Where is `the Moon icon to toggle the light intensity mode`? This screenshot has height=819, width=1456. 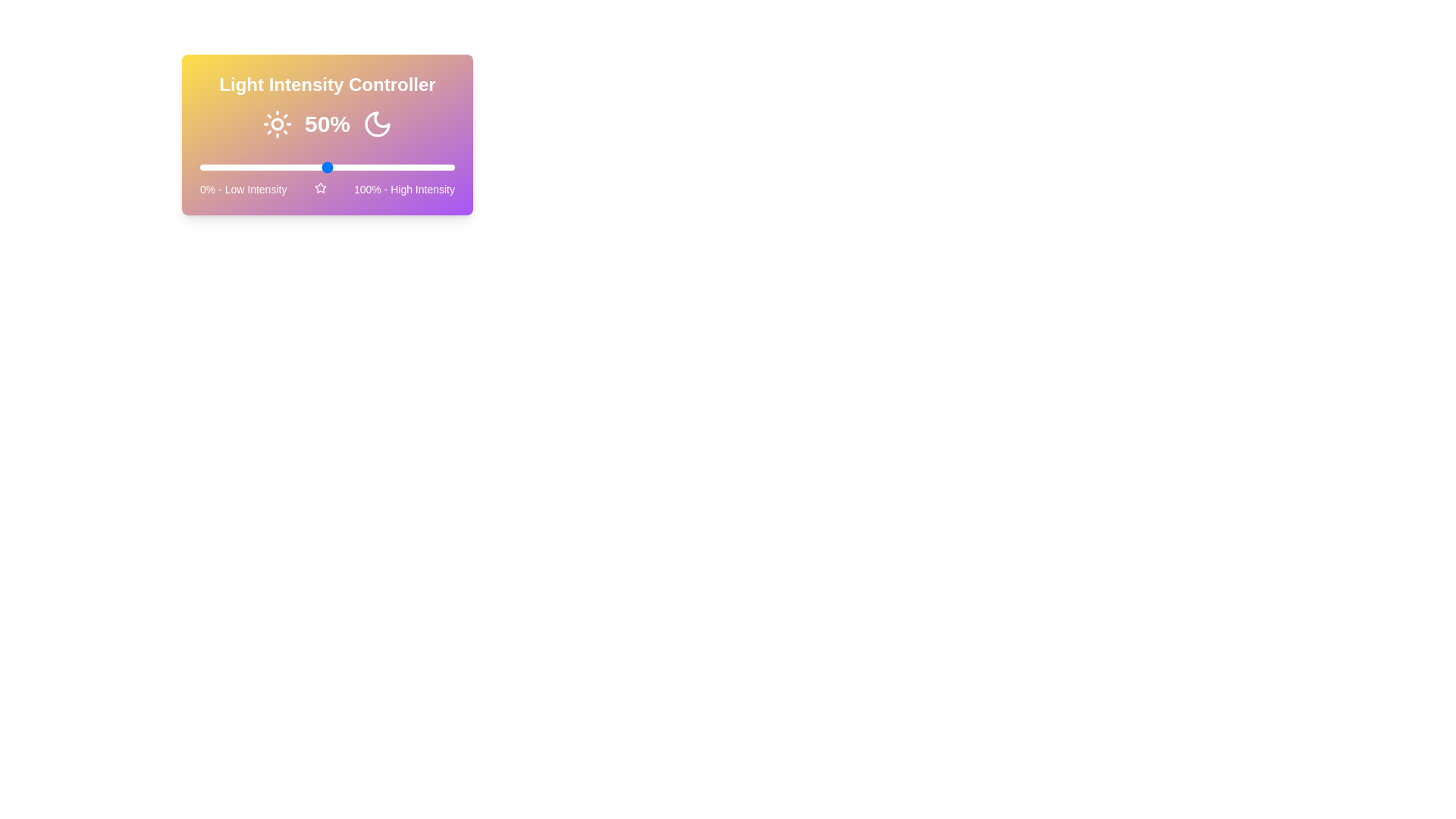 the Moon icon to toggle the light intensity mode is located at coordinates (378, 124).